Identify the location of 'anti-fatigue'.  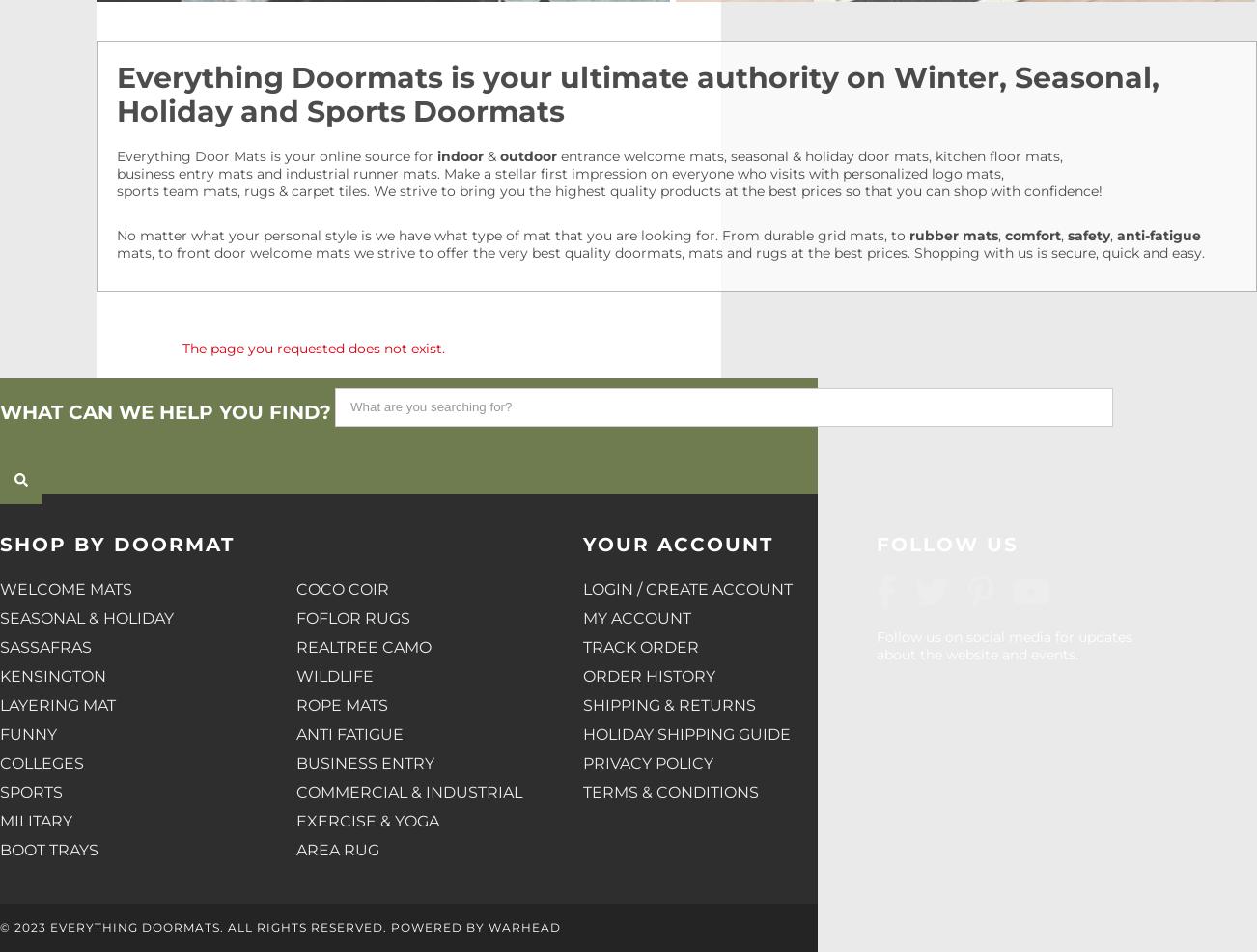
(1159, 235).